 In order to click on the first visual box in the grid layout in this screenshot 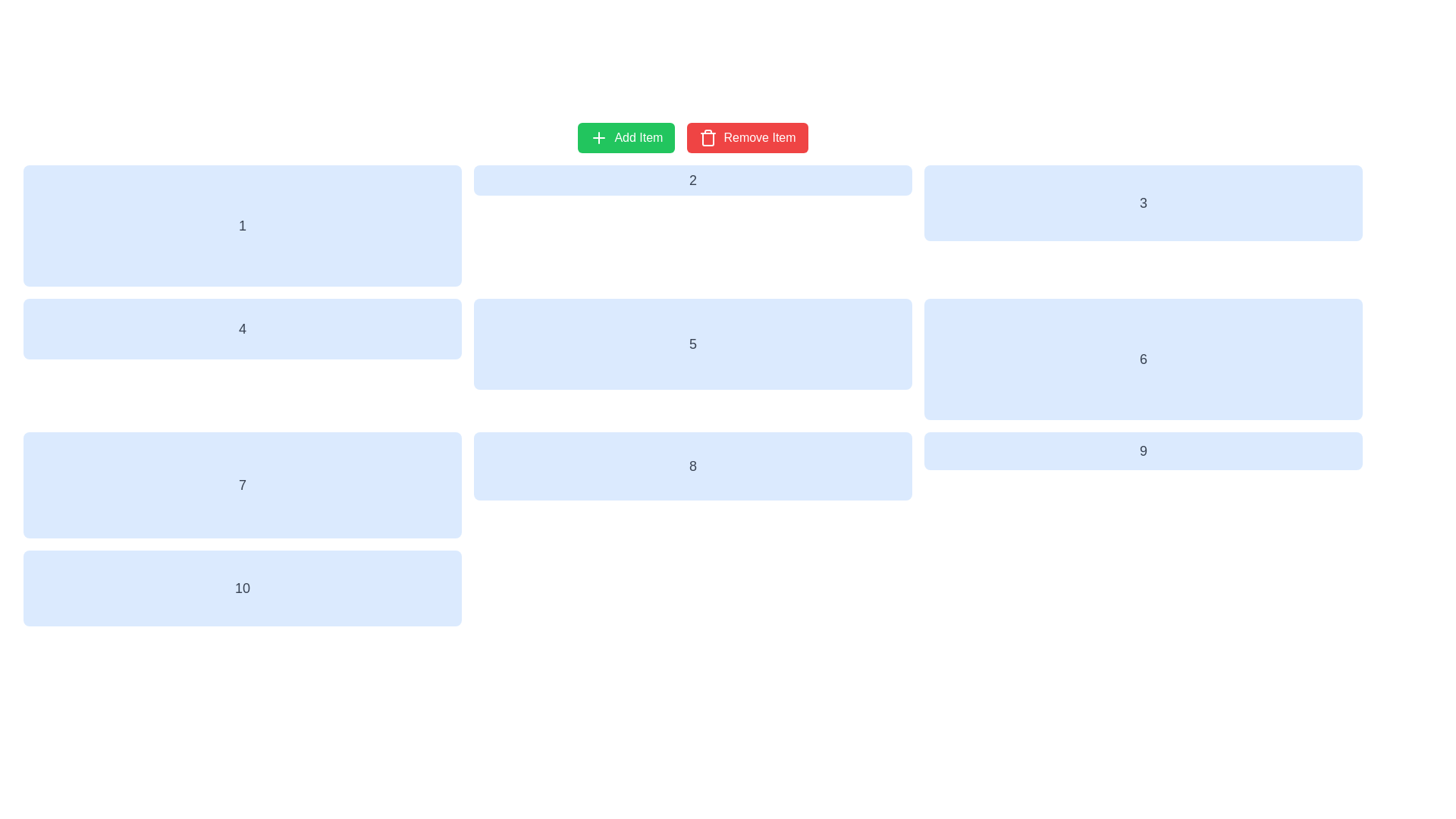, I will do `click(243, 225)`.